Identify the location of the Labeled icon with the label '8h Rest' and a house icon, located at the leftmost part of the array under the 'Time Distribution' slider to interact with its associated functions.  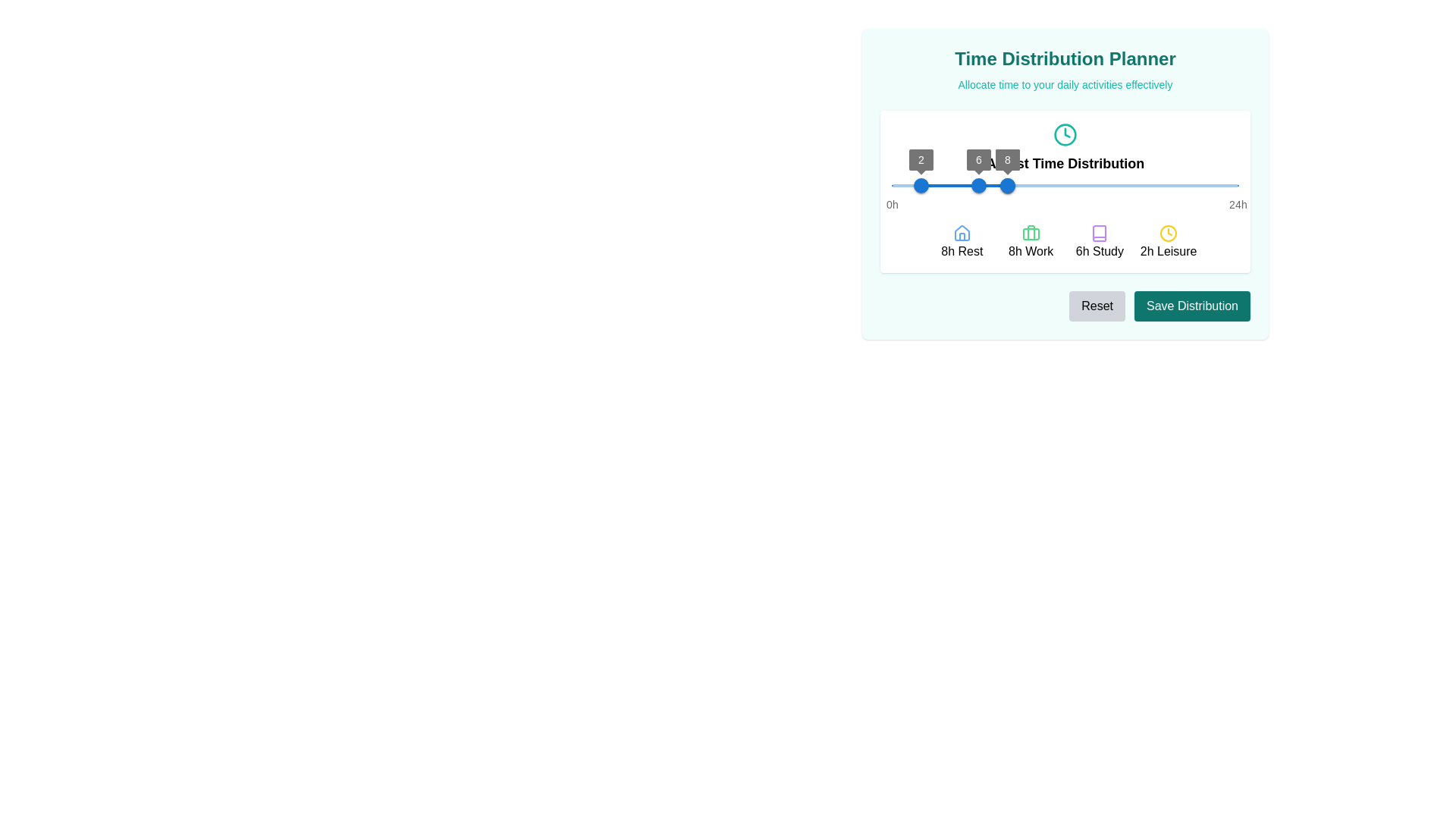
(961, 242).